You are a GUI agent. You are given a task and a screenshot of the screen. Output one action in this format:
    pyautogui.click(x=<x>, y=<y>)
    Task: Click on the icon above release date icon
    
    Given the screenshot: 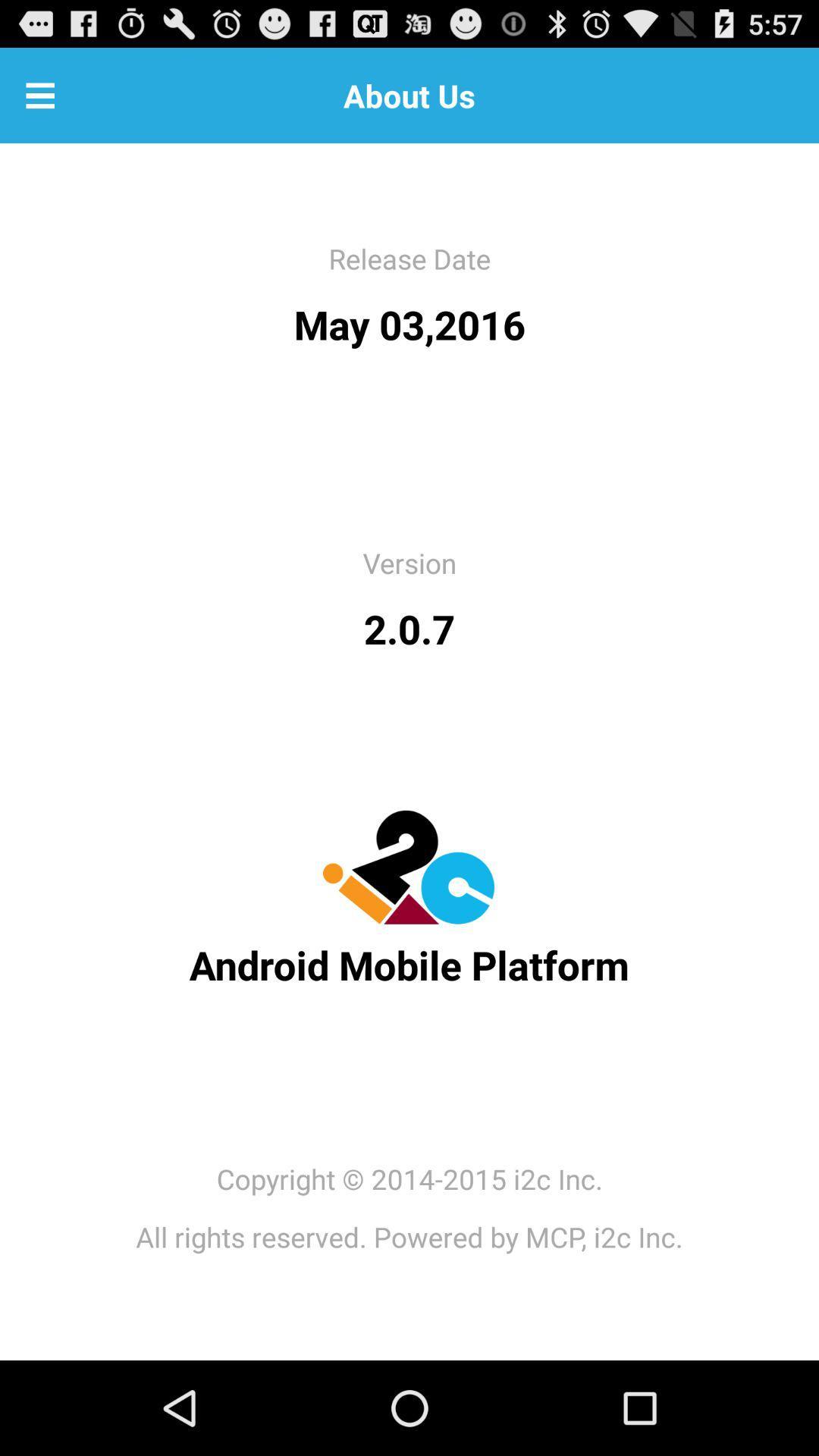 What is the action you would take?
    pyautogui.click(x=39, y=94)
    